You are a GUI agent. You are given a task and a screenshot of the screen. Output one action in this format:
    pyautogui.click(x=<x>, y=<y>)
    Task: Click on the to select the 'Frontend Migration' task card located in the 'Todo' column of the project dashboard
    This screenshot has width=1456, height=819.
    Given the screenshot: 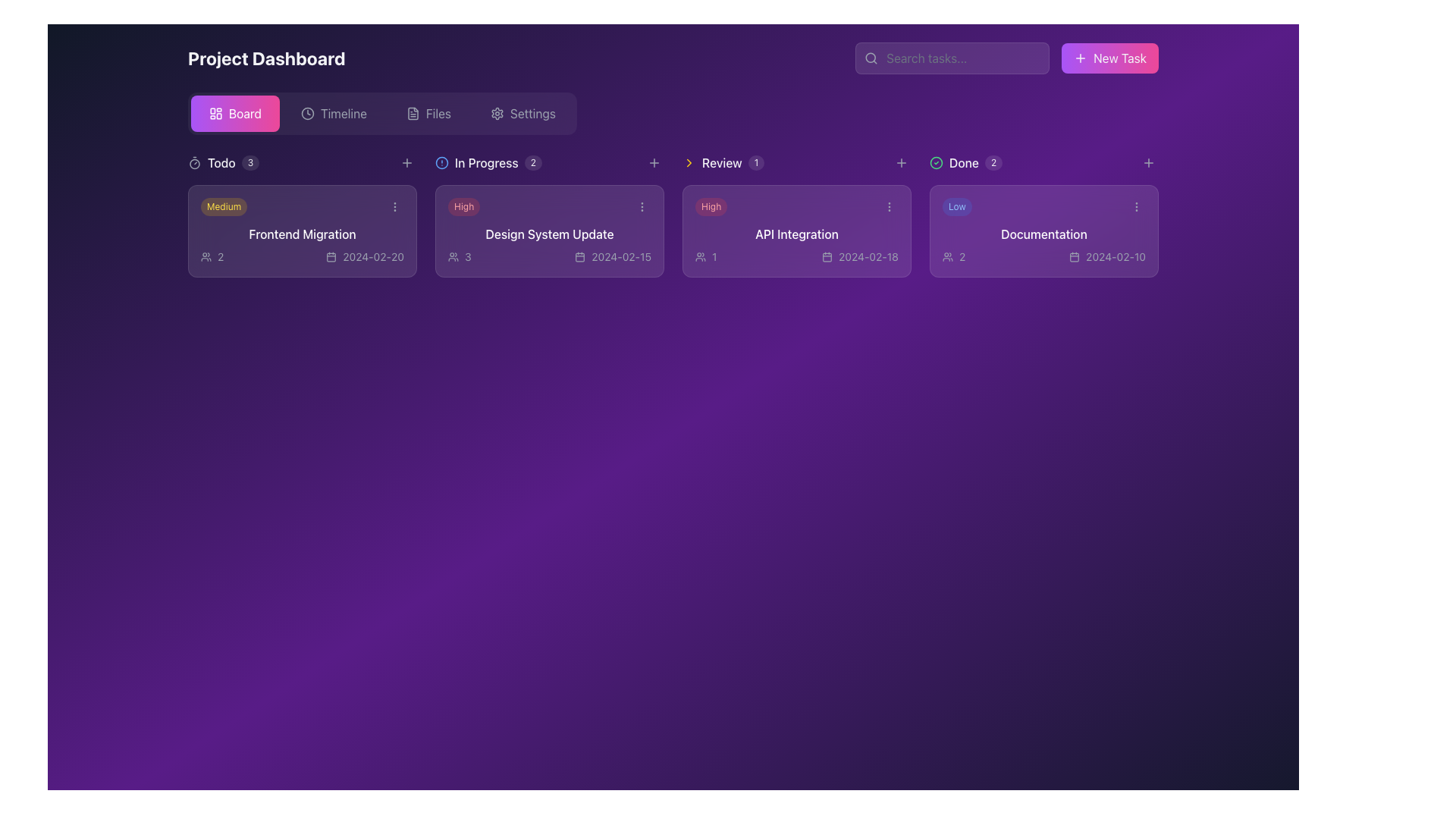 What is the action you would take?
    pyautogui.click(x=302, y=215)
    